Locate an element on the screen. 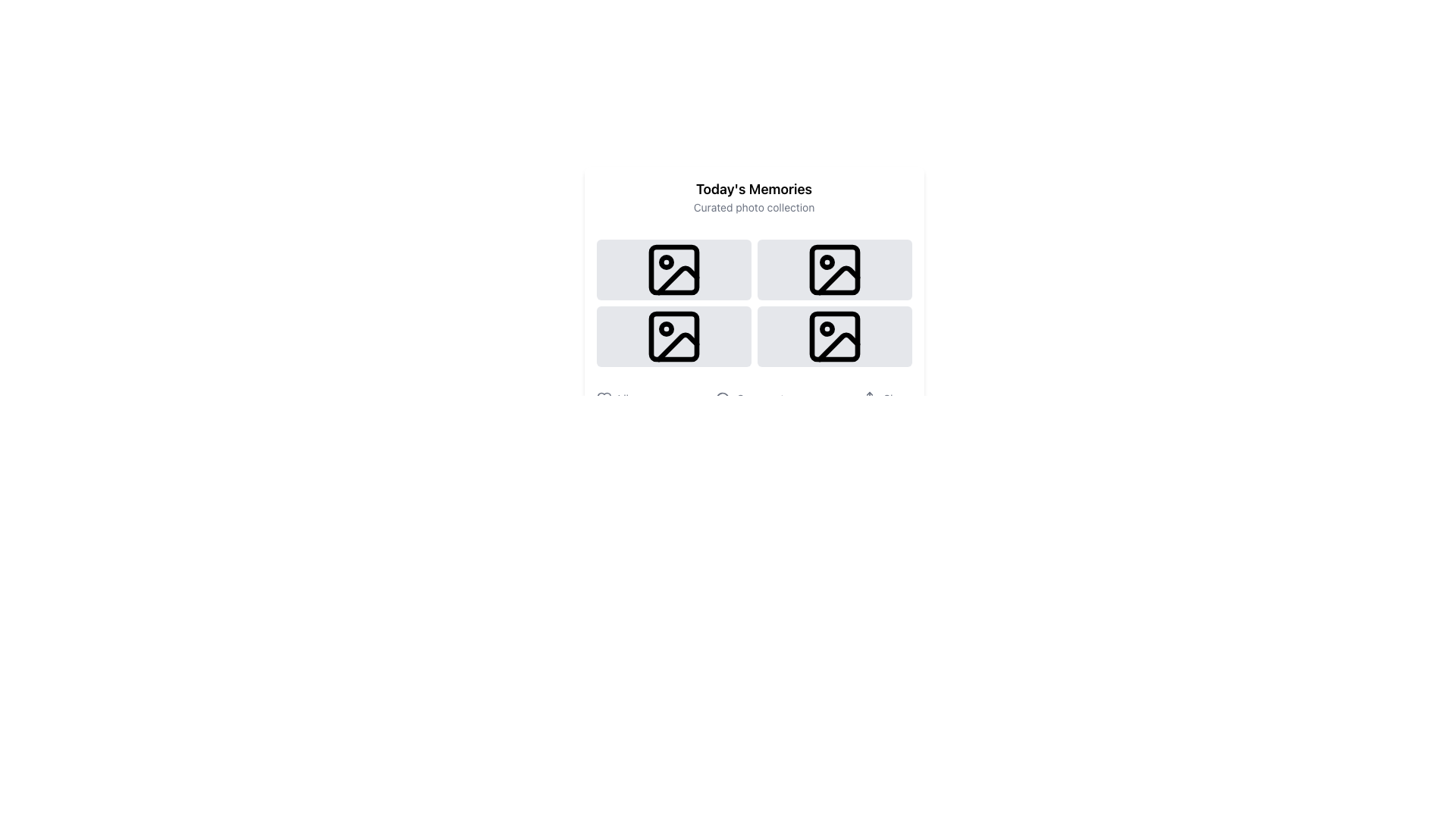 The width and height of the screenshot is (1456, 819). the heart icon located in the lower-left part of the interface, adjacent to other interactive elements is located at coordinates (603, 397).